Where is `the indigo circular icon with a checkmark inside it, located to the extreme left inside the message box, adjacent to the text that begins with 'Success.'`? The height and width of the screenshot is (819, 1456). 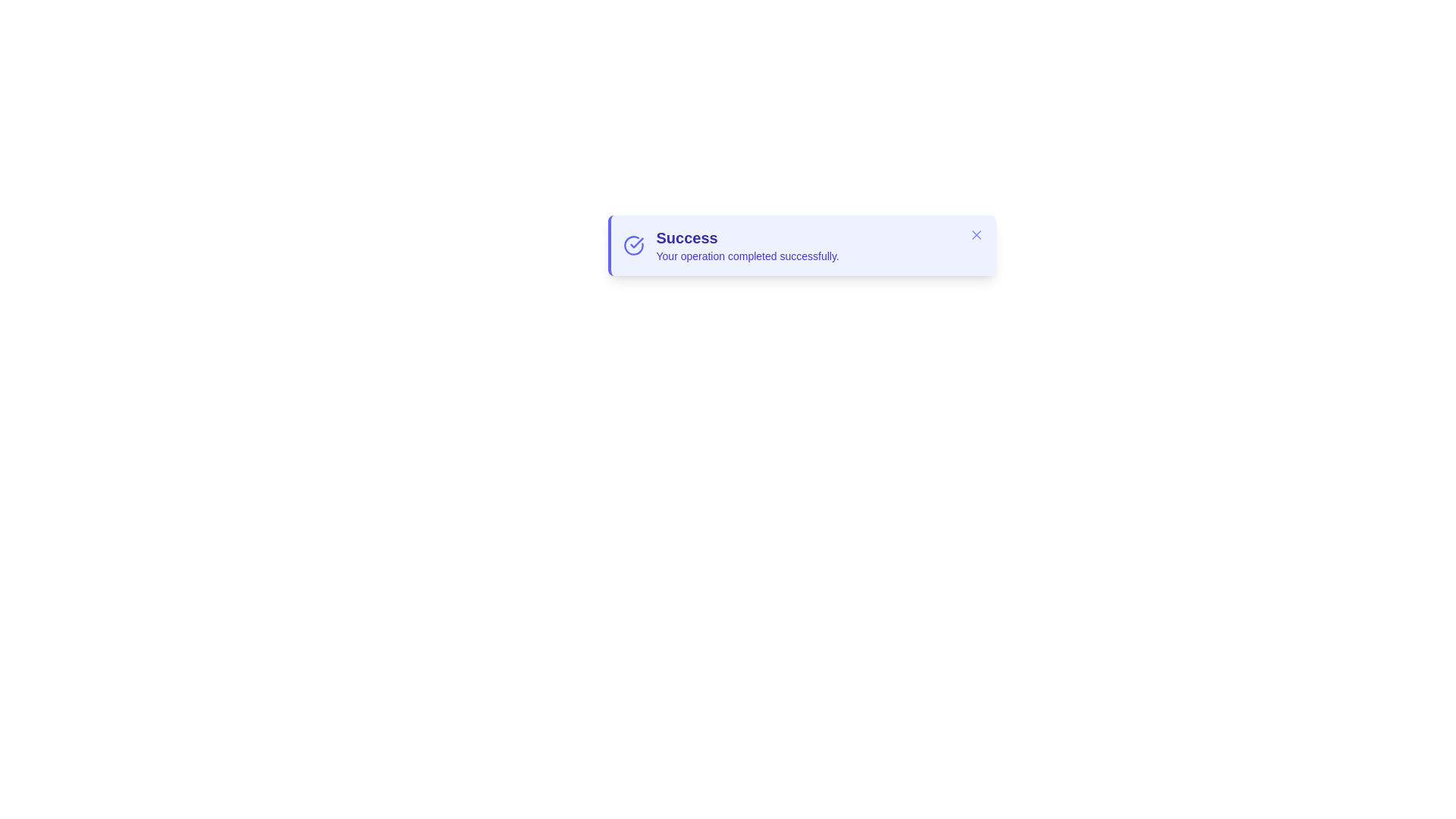
the indigo circular icon with a checkmark inside it, located to the extreme left inside the message box, adjacent to the text that begins with 'Success.' is located at coordinates (633, 245).